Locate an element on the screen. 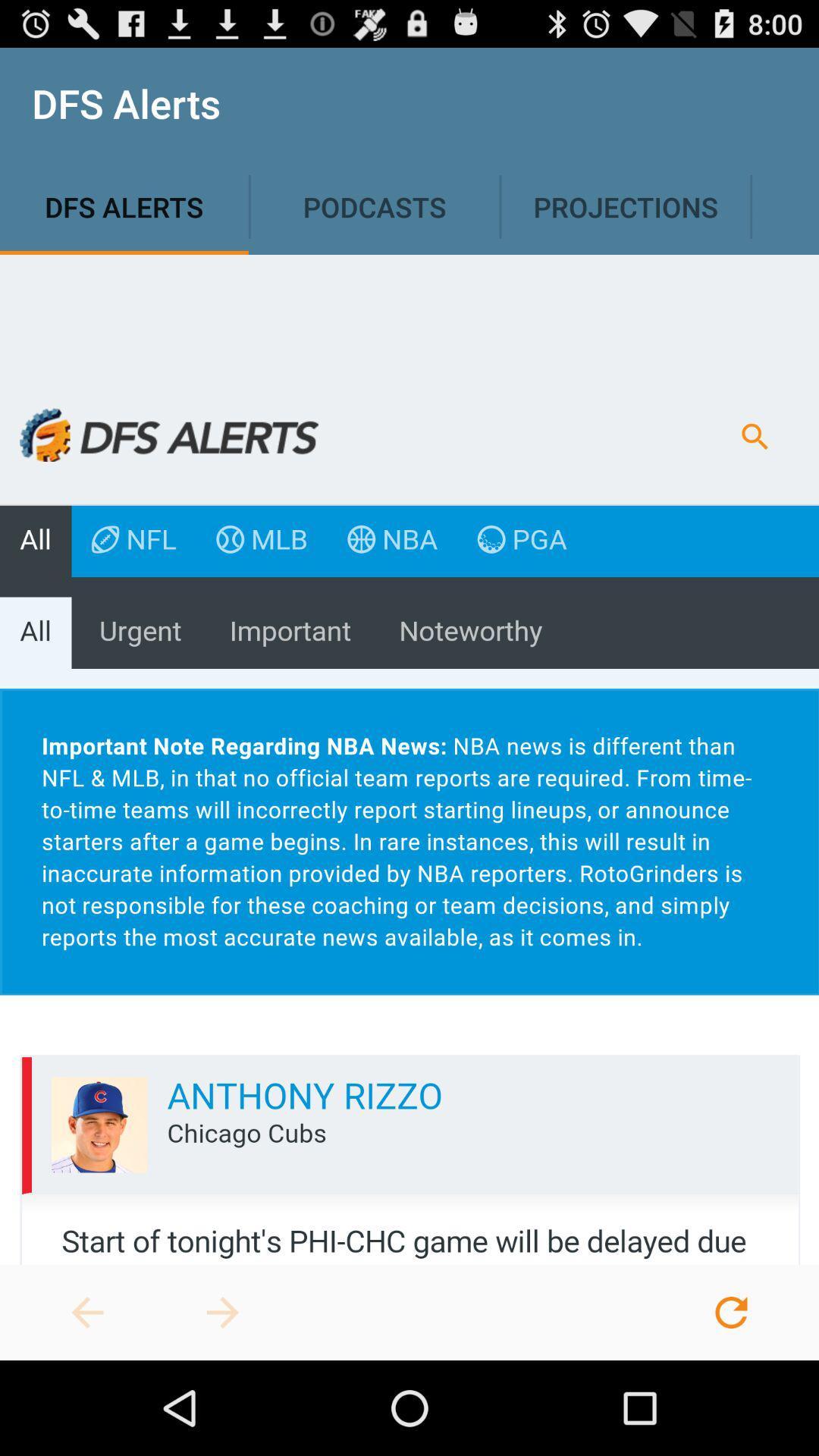  go back is located at coordinates (87, 1312).